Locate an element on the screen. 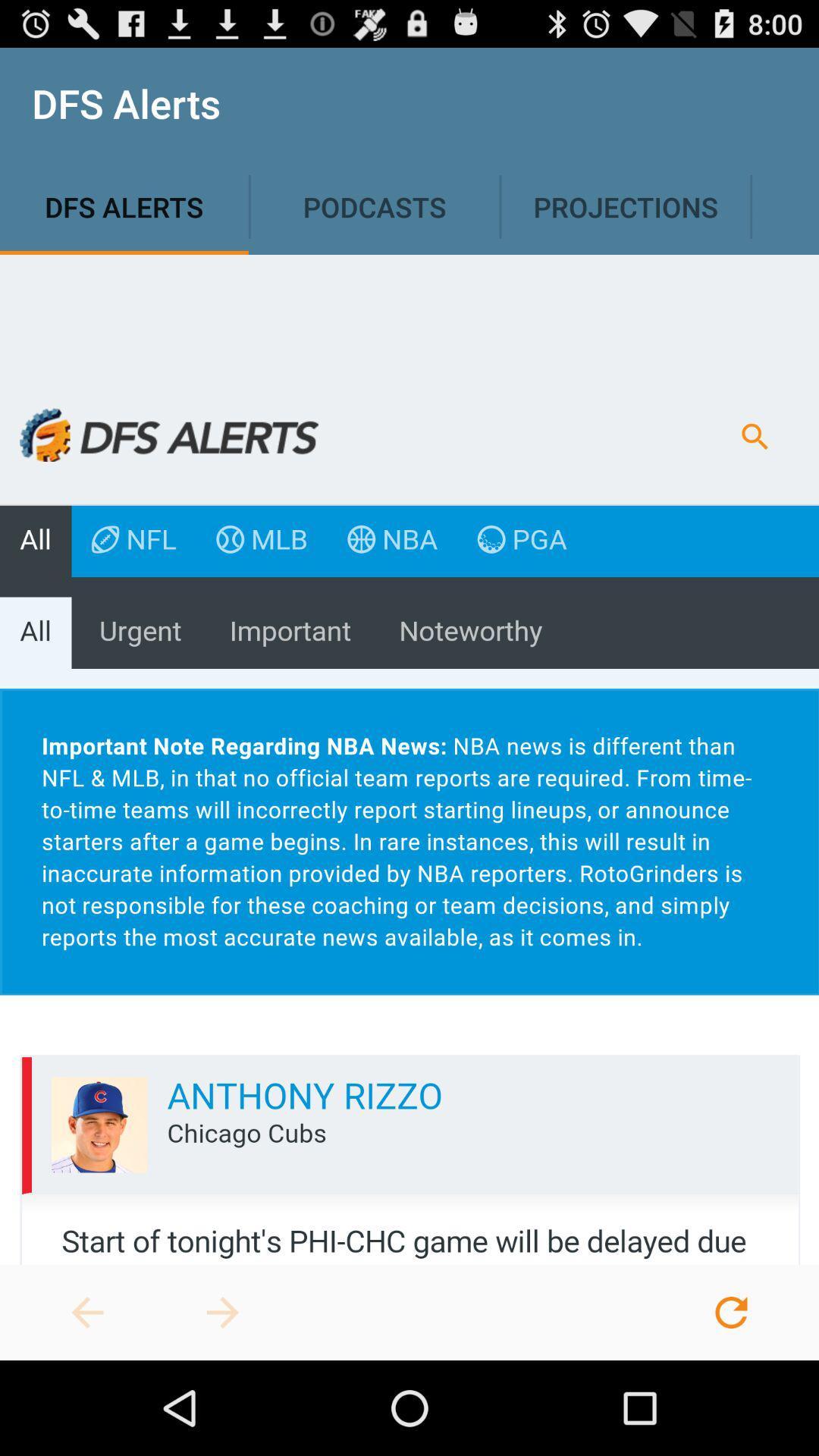  go back is located at coordinates (87, 1312).